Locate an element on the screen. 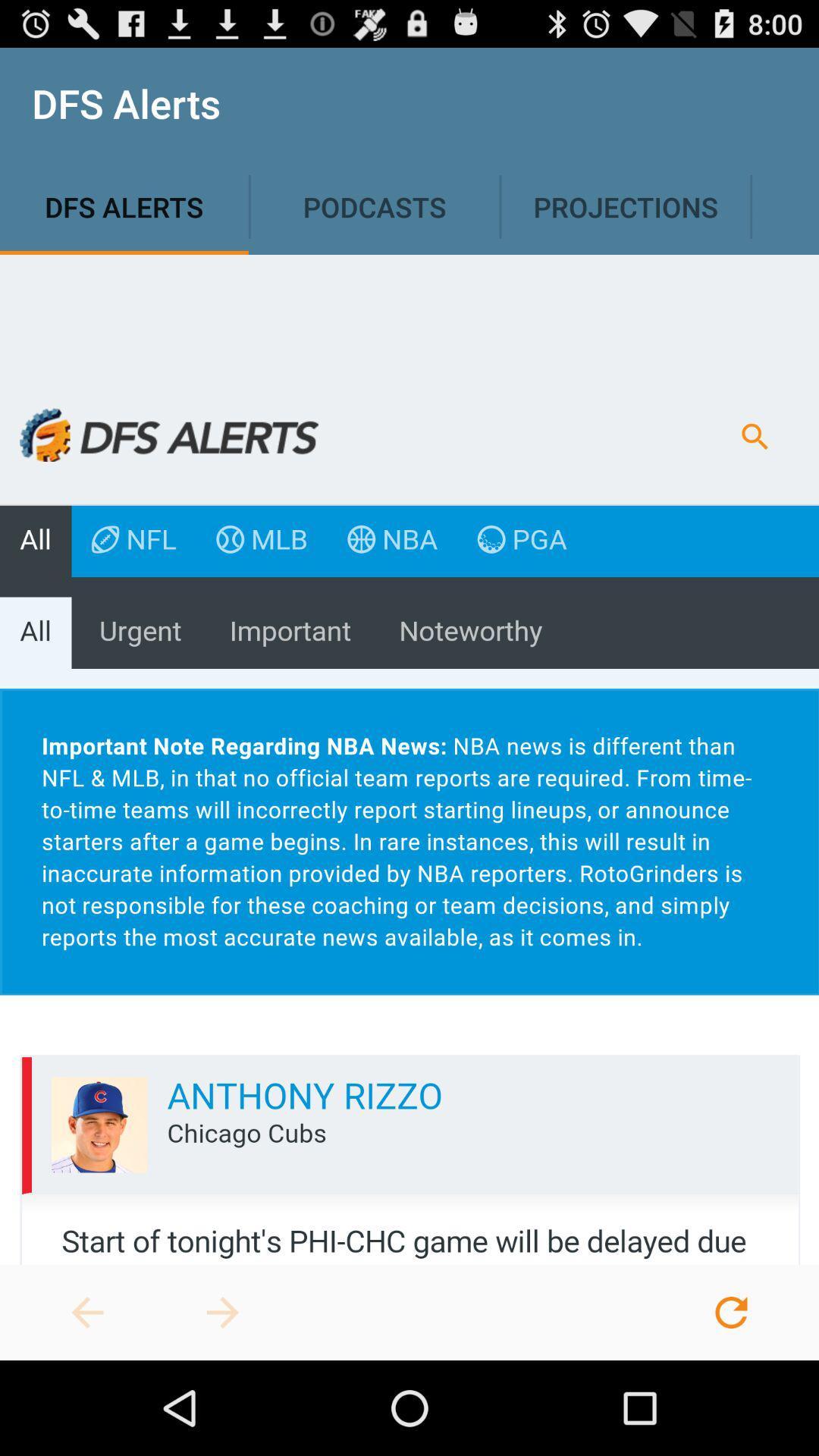  go back is located at coordinates (87, 1312).